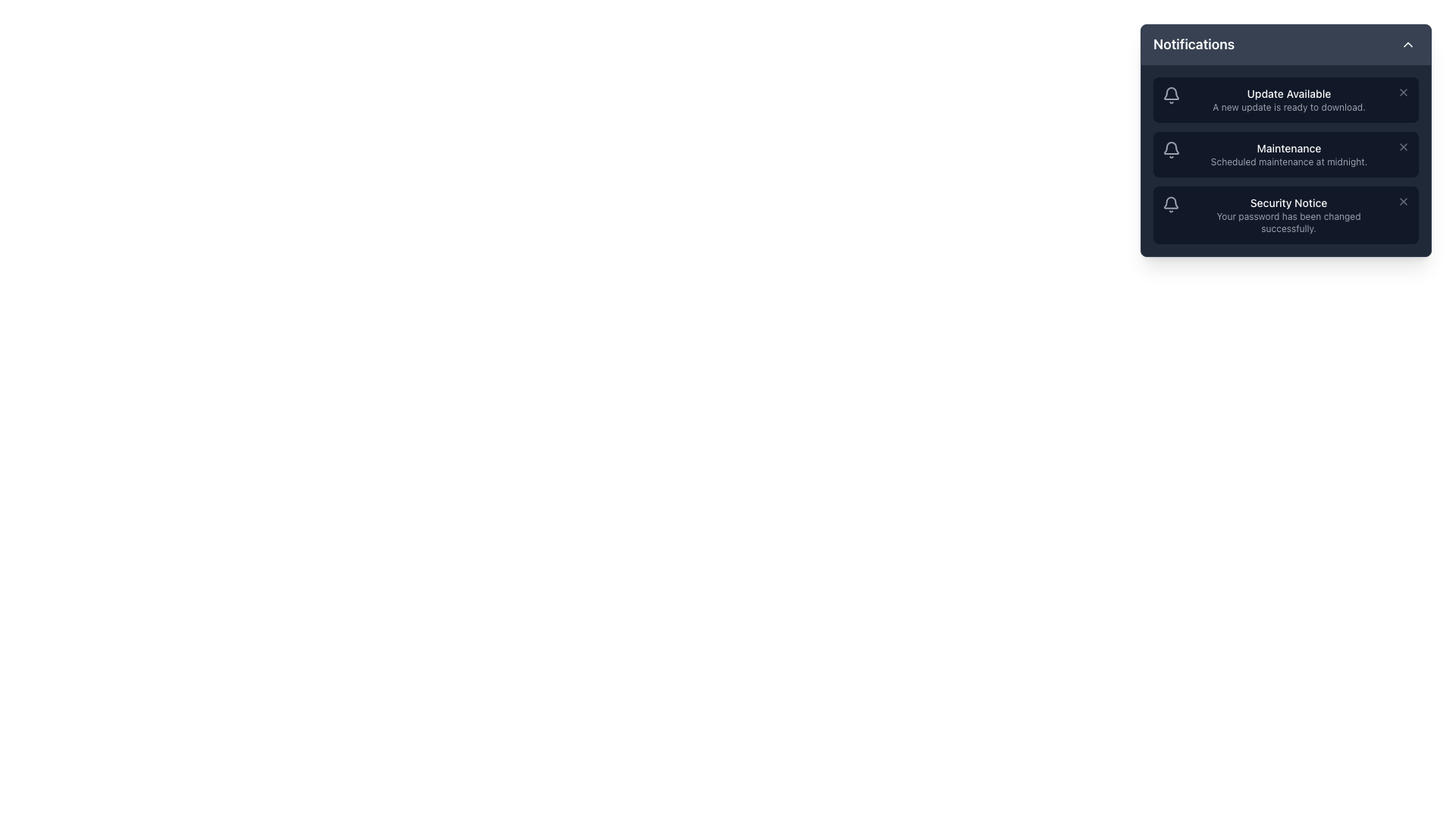 The width and height of the screenshot is (1456, 819). Describe the element at coordinates (1288, 149) in the screenshot. I see `the Text label that provides the title for the second notification card in the notifications panel, located above the text 'Scheduled maintenance at midnight.'` at that location.